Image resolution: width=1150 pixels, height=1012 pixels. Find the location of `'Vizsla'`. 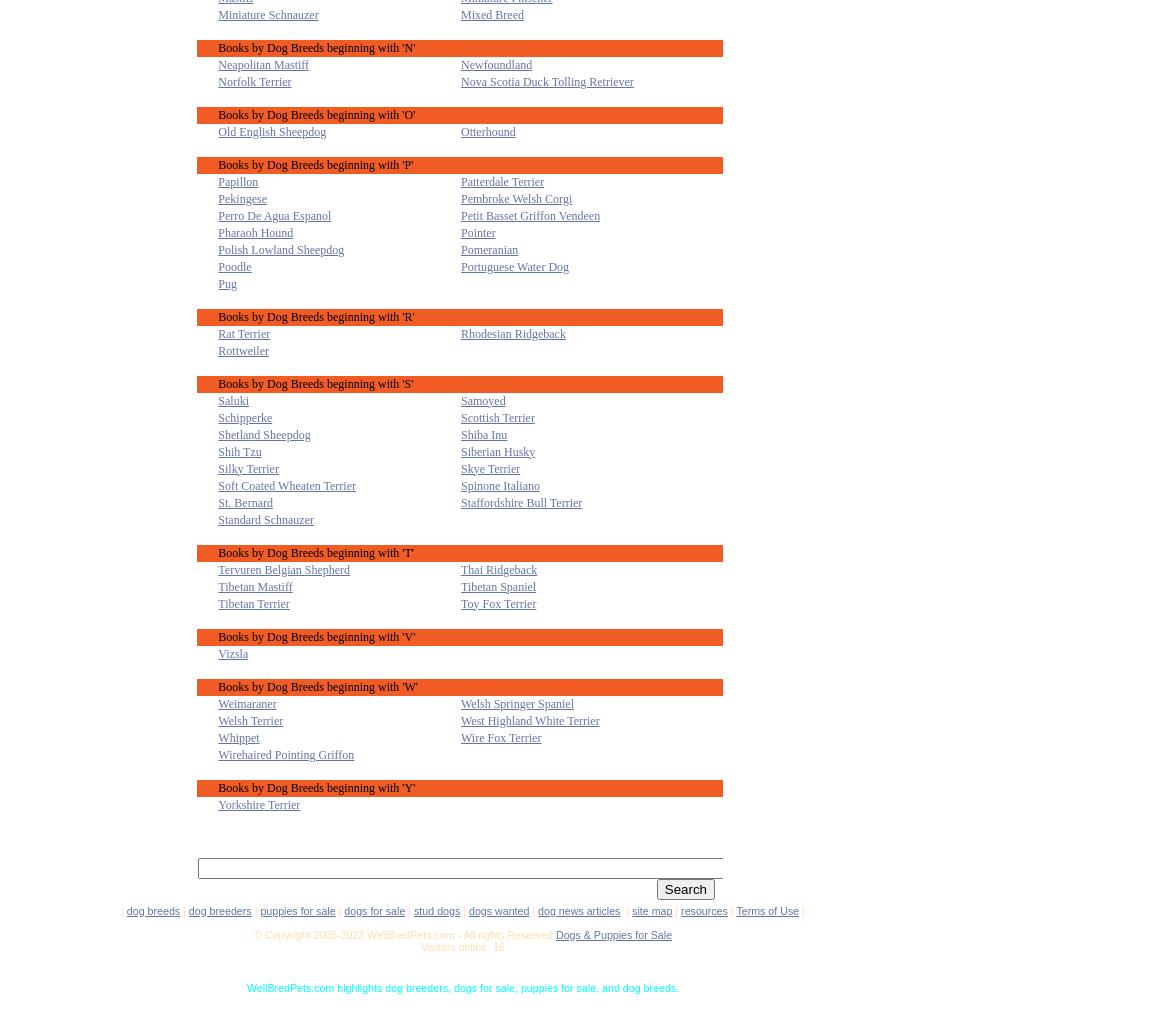

'Vizsla' is located at coordinates (231, 653).